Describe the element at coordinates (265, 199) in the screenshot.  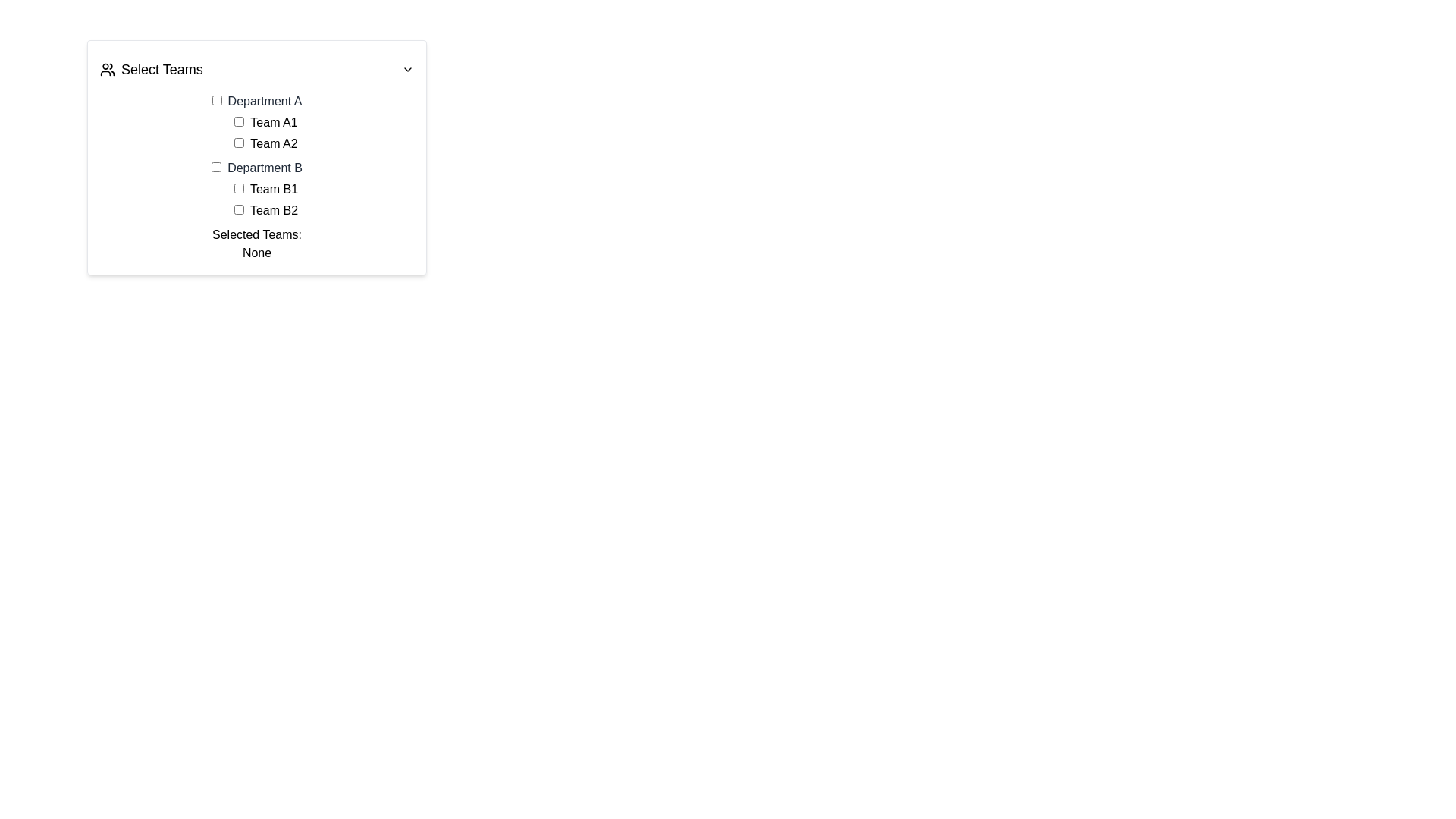
I see `the checkbox for Team B1 in the 'Department B' section` at that location.